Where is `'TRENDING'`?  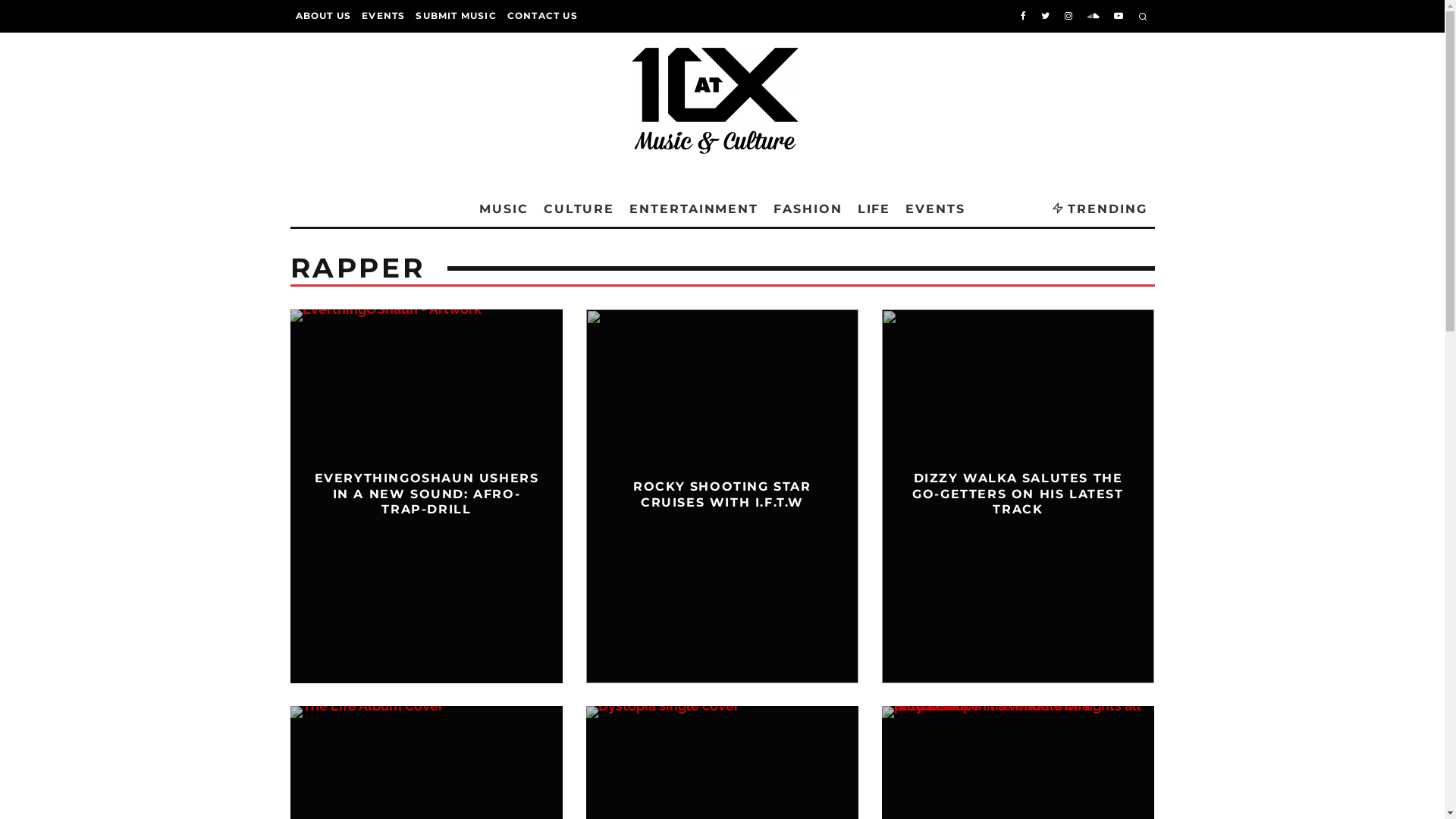
'TRENDING' is located at coordinates (1099, 209).